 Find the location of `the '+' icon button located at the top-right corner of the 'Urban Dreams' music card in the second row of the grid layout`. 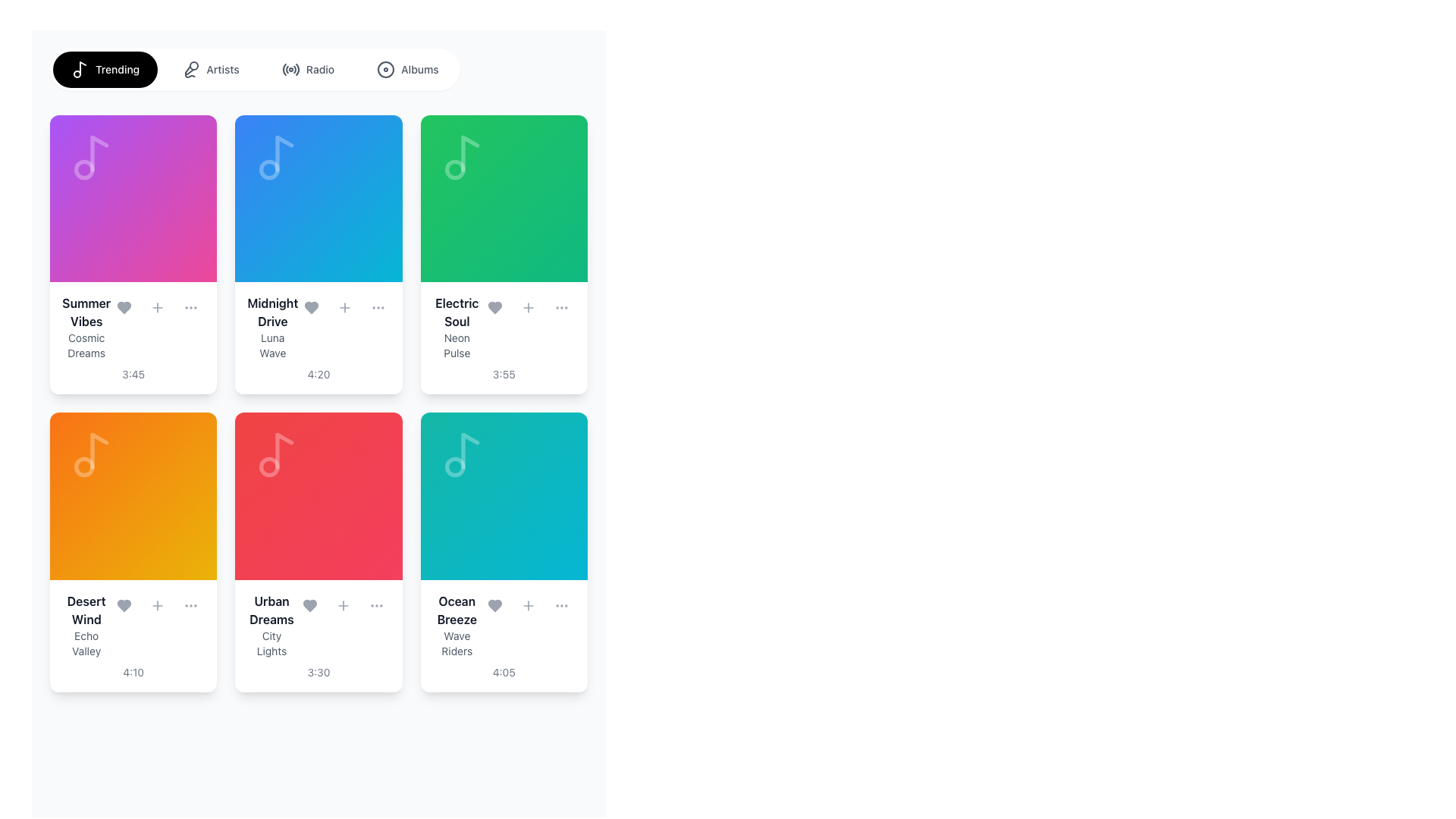

the '+' icon button located at the top-right corner of the 'Urban Dreams' music card in the second row of the grid layout is located at coordinates (342, 604).